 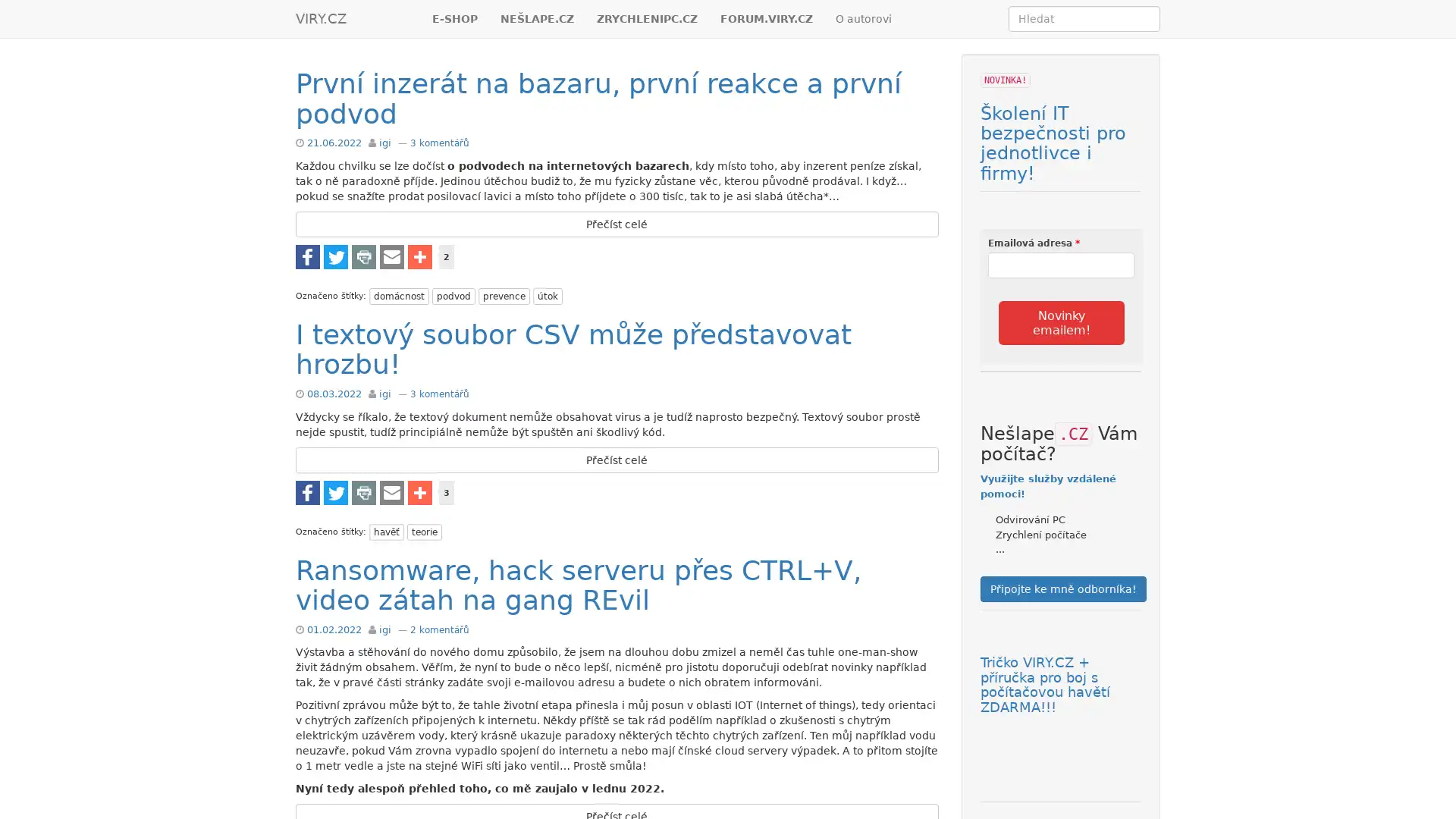 What do you see at coordinates (334, 256) in the screenshot?
I see `Share to Twitter` at bounding box center [334, 256].